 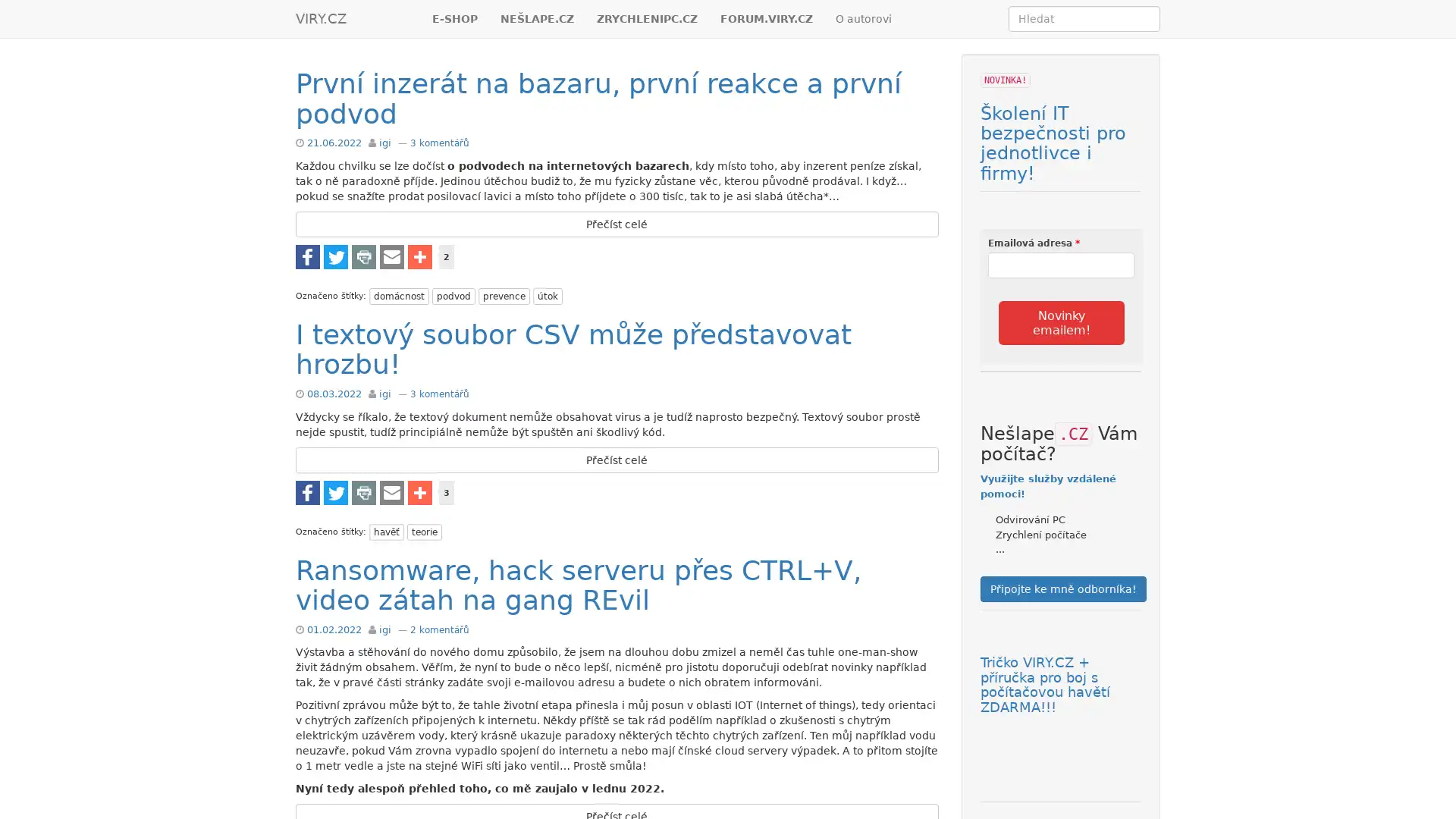 What do you see at coordinates (334, 256) in the screenshot?
I see `Share to Twitter` at bounding box center [334, 256].